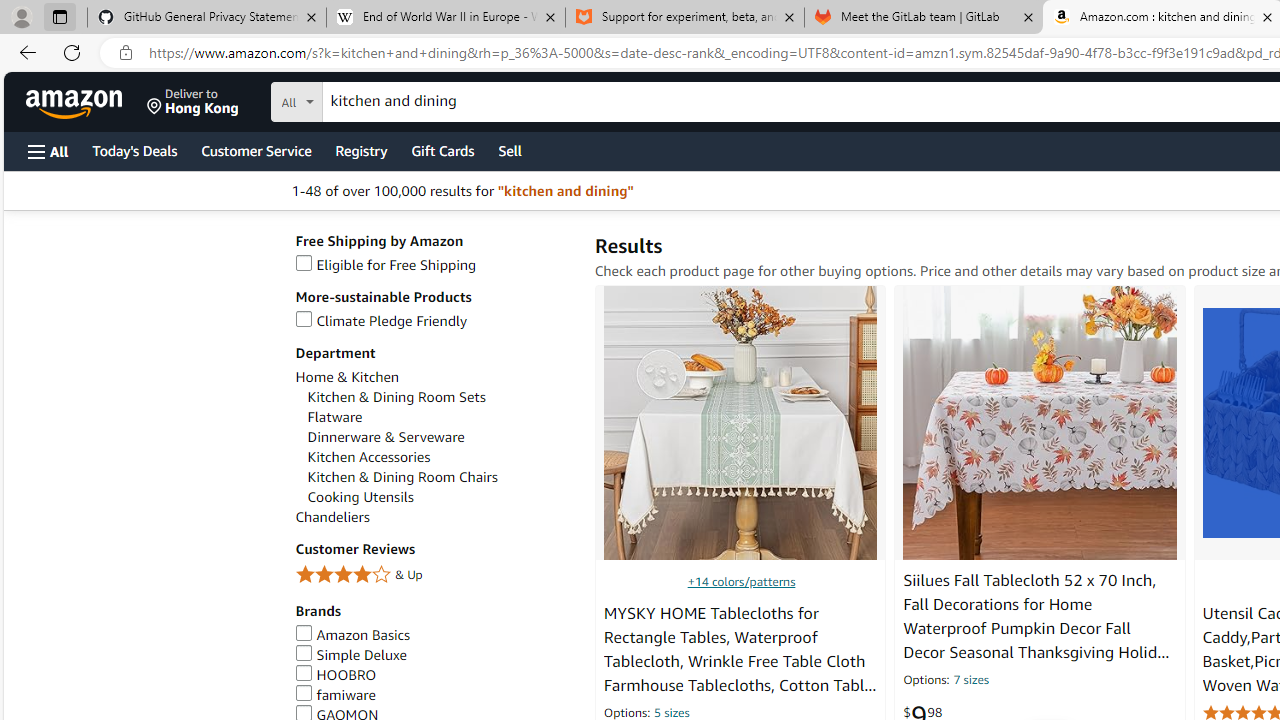 The width and height of the screenshot is (1280, 720). Describe the element at coordinates (48, 150) in the screenshot. I see `'Open Menu'` at that location.